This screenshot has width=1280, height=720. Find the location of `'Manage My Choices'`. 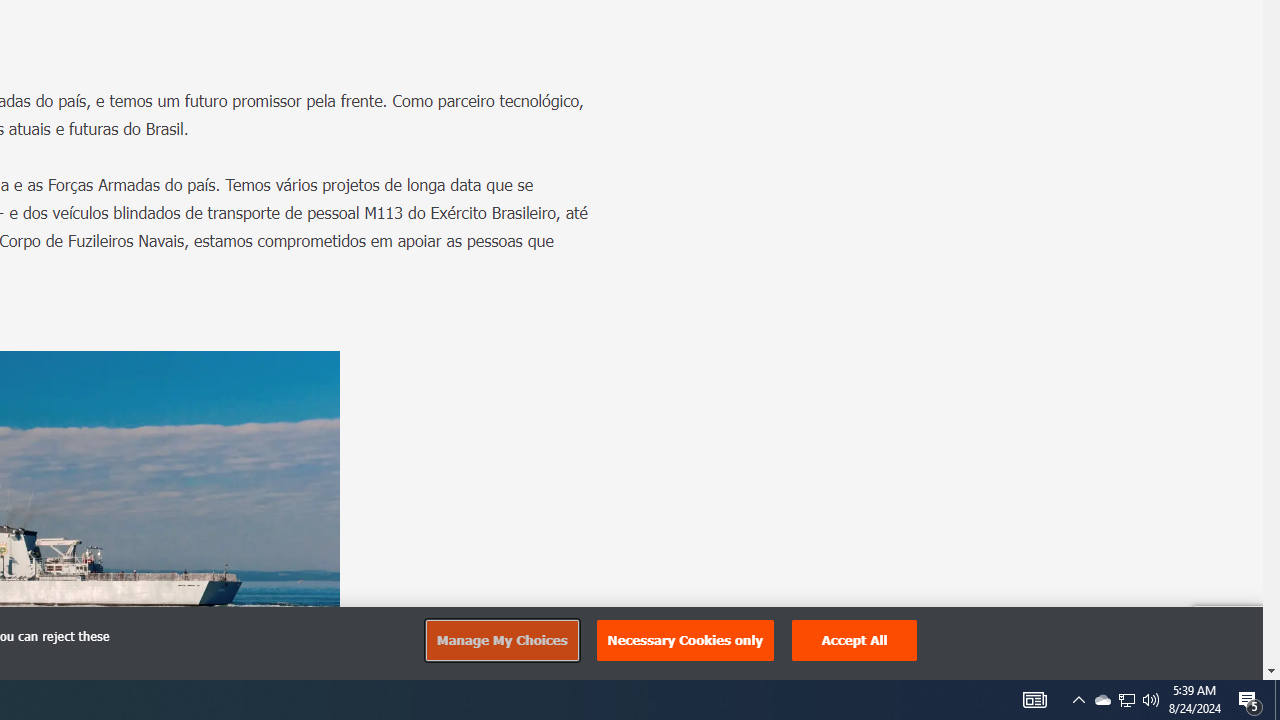

'Manage My Choices' is located at coordinates (501, 640).